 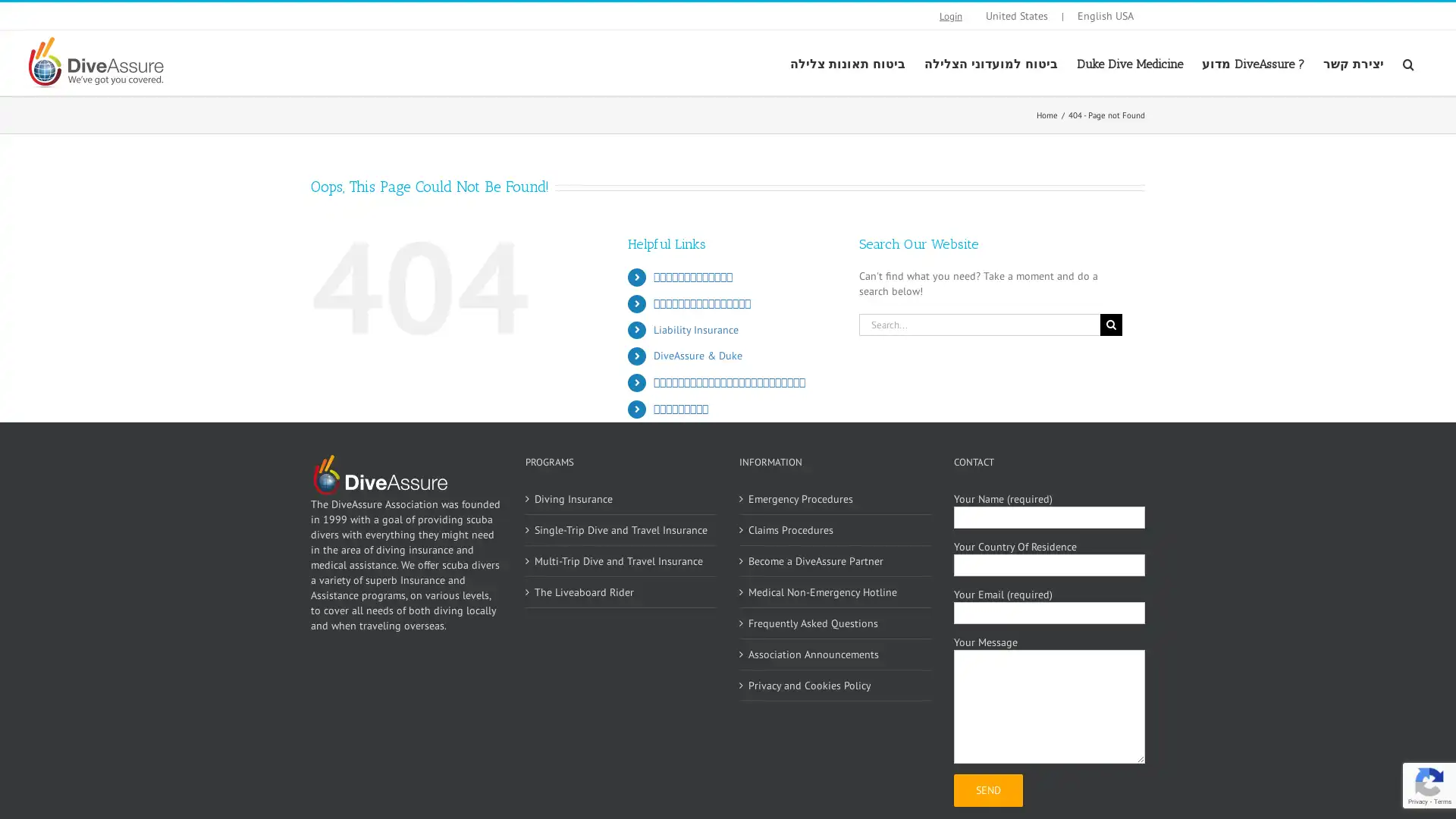 I want to click on Search, so click(x=1407, y=62).